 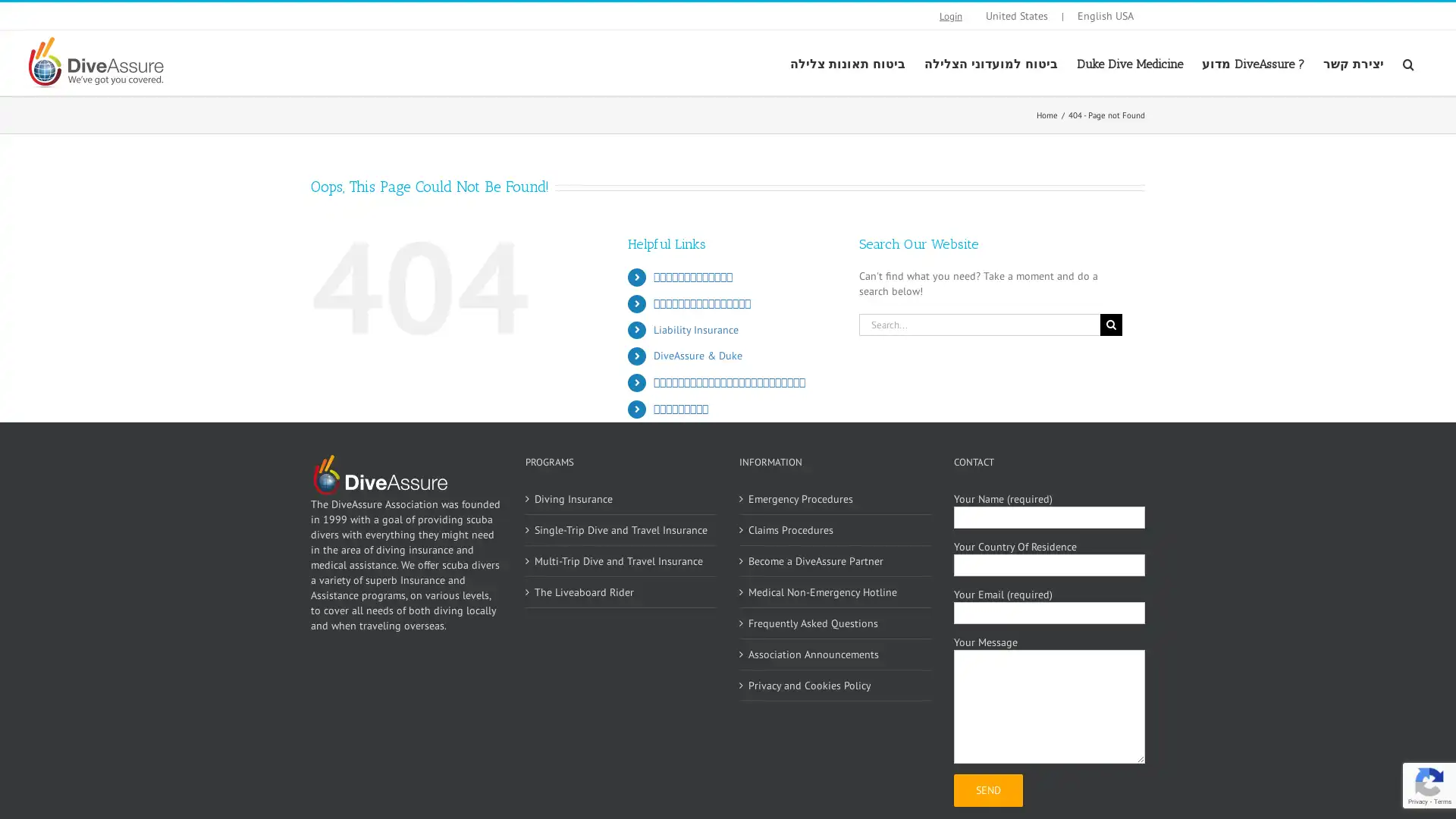 I want to click on Search, so click(x=1407, y=62).